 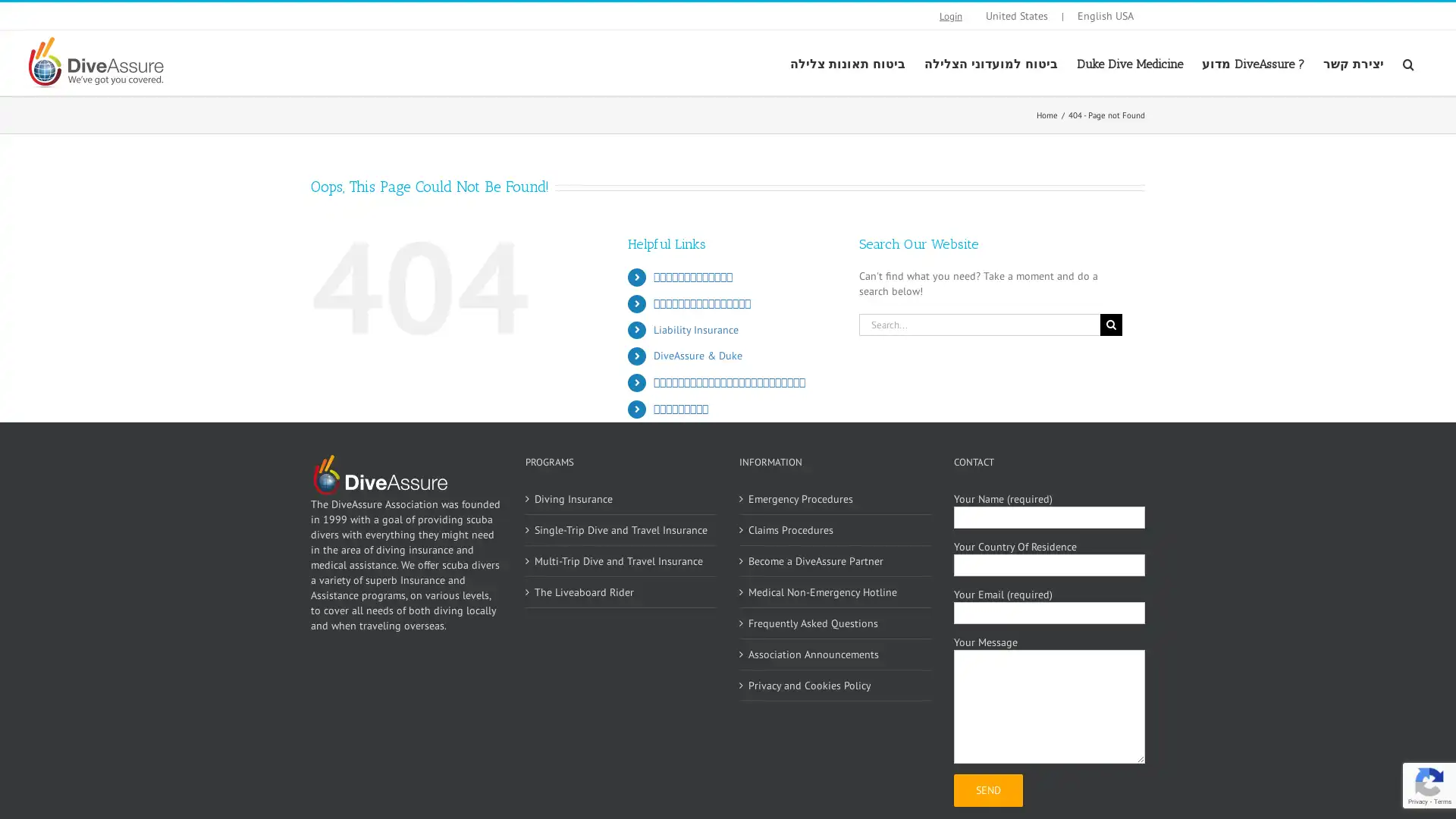 I want to click on Search, so click(x=1407, y=62).